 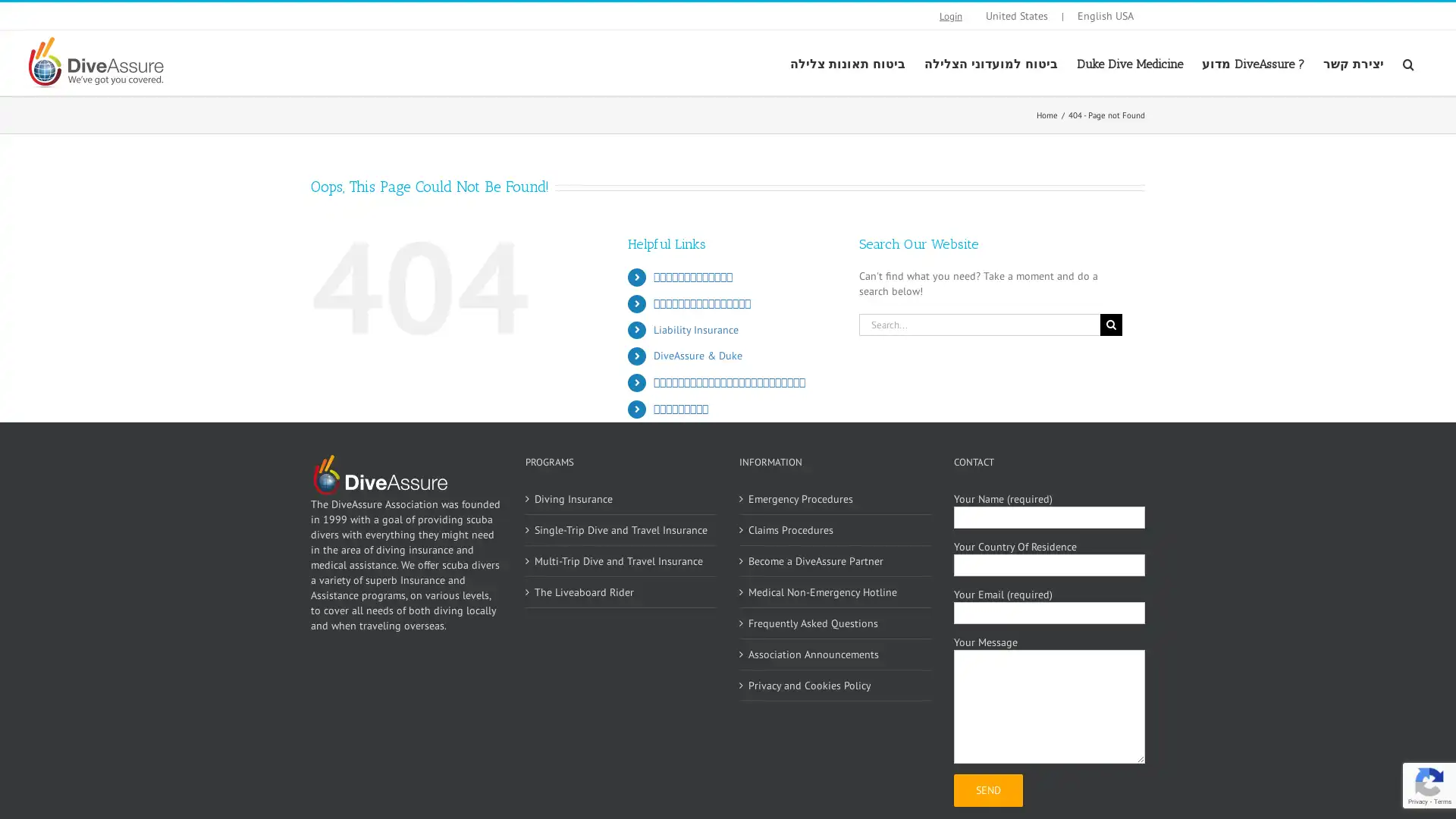 I want to click on Search, so click(x=1407, y=62).